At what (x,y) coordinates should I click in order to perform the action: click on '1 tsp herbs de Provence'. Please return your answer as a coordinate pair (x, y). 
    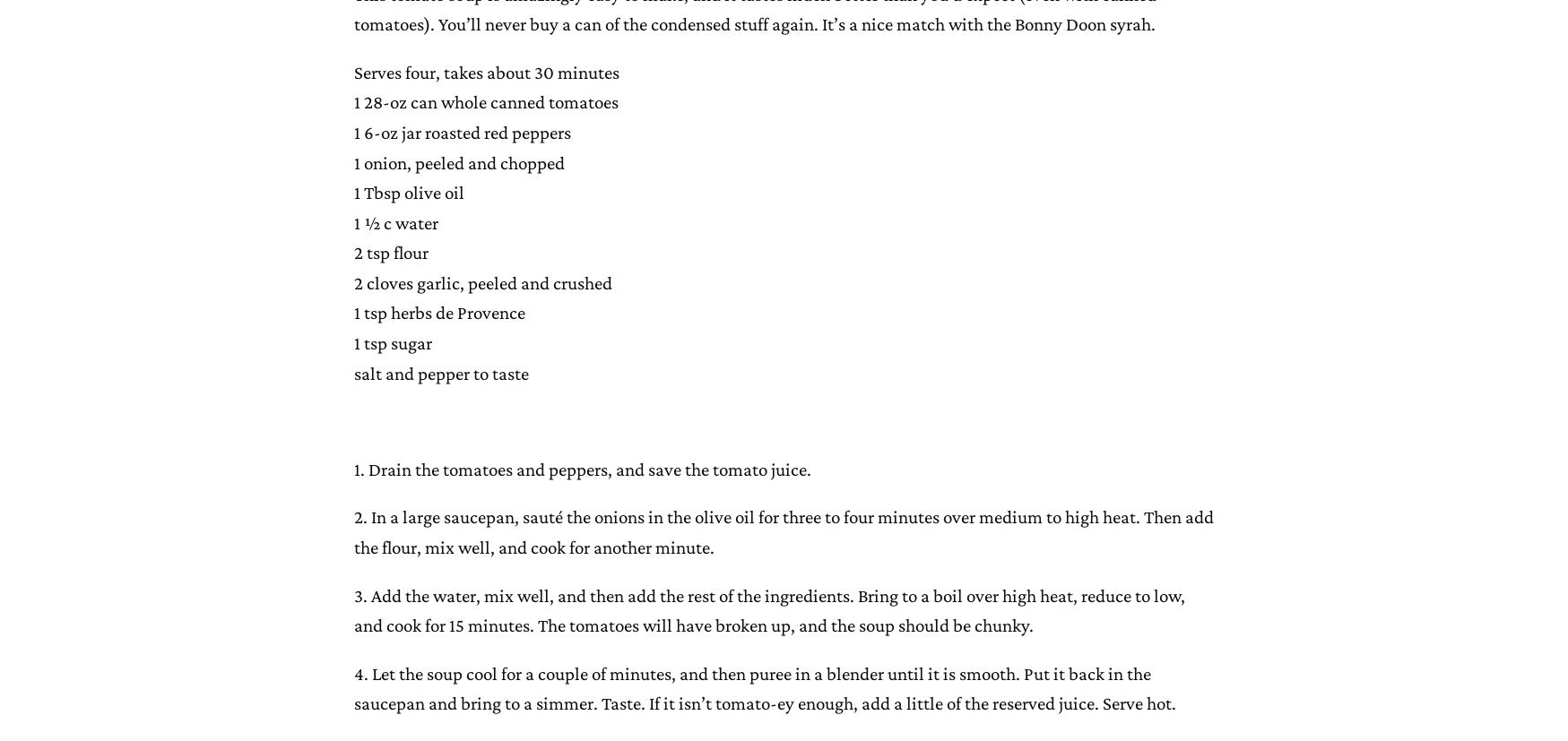
    Looking at the image, I should click on (353, 312).